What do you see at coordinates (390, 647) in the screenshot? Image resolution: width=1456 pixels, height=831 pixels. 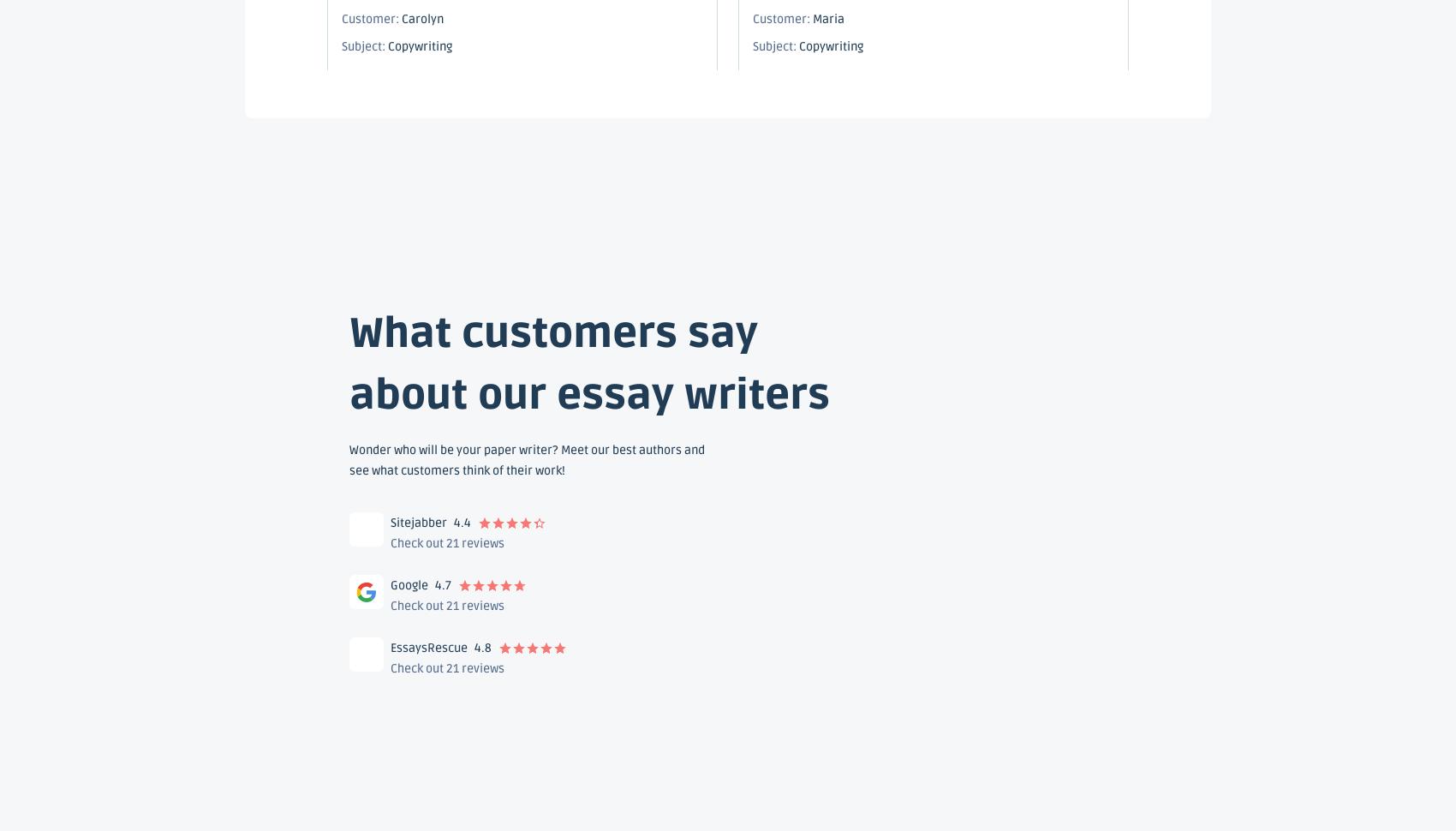 I see `'EssaysRescue'` at bounding box center [390, 647].